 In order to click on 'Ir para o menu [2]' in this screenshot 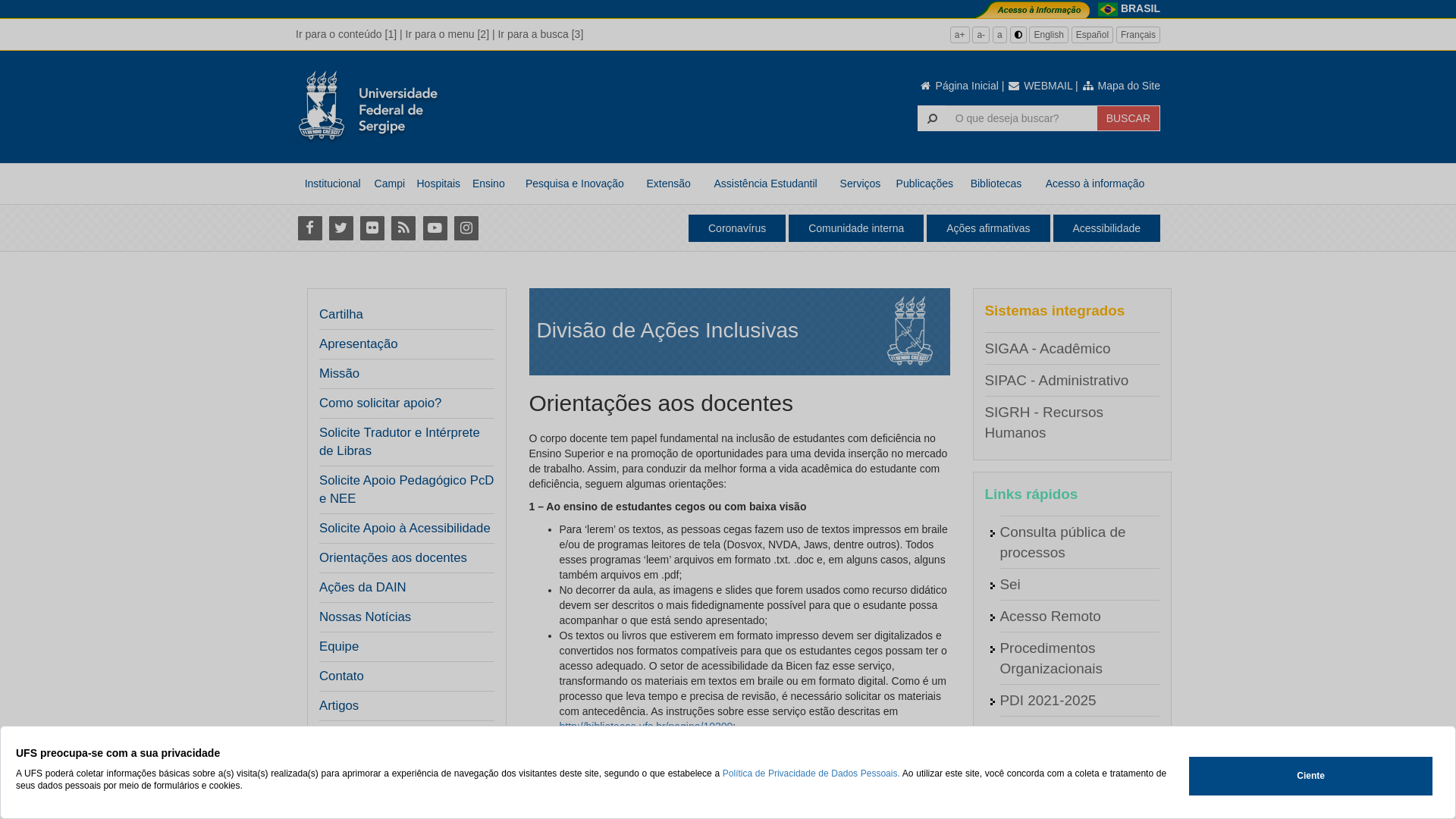, I will do `click(405, 34)`.